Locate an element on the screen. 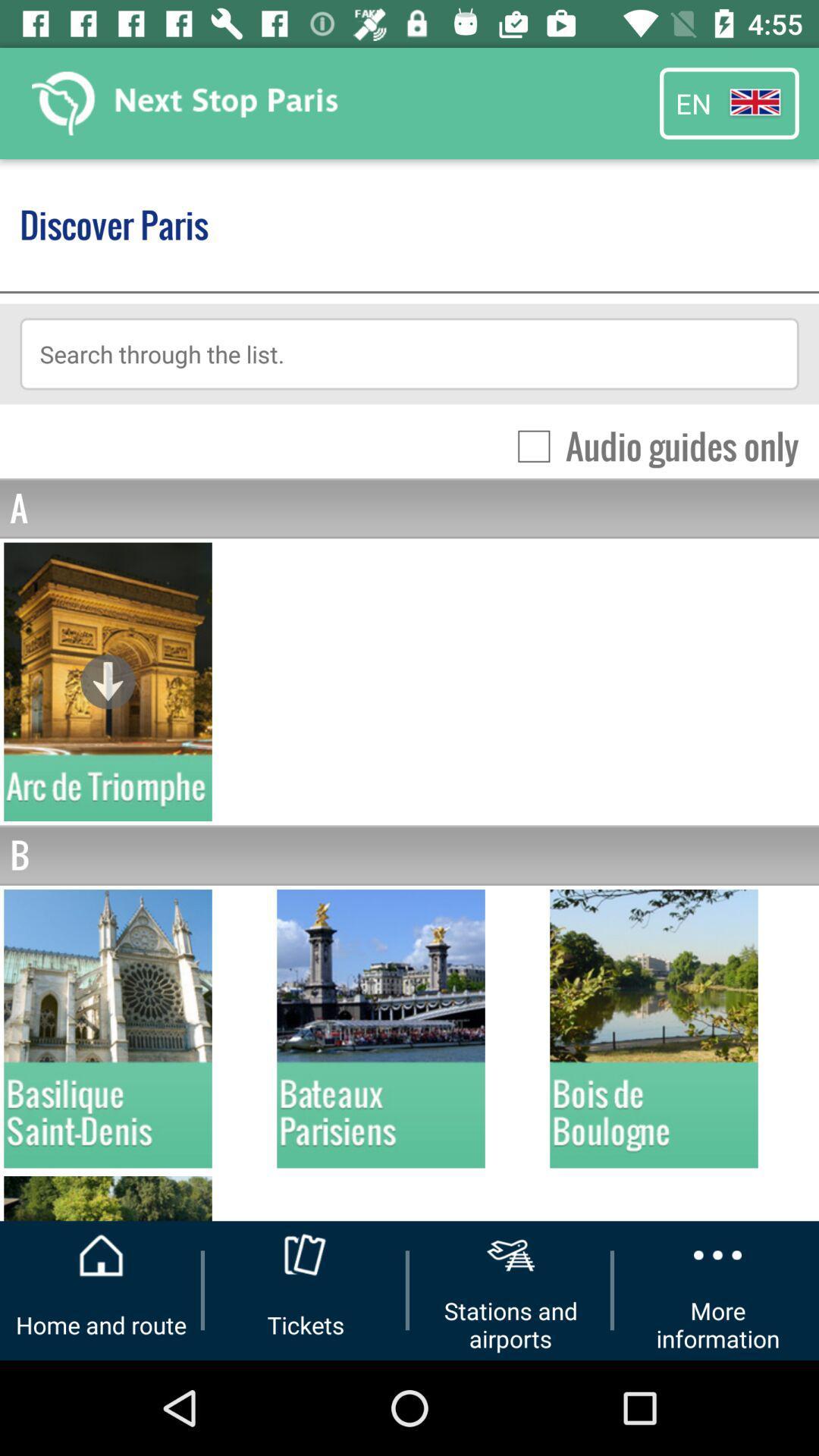  audio guides only item is located at coordinates (649, 445).